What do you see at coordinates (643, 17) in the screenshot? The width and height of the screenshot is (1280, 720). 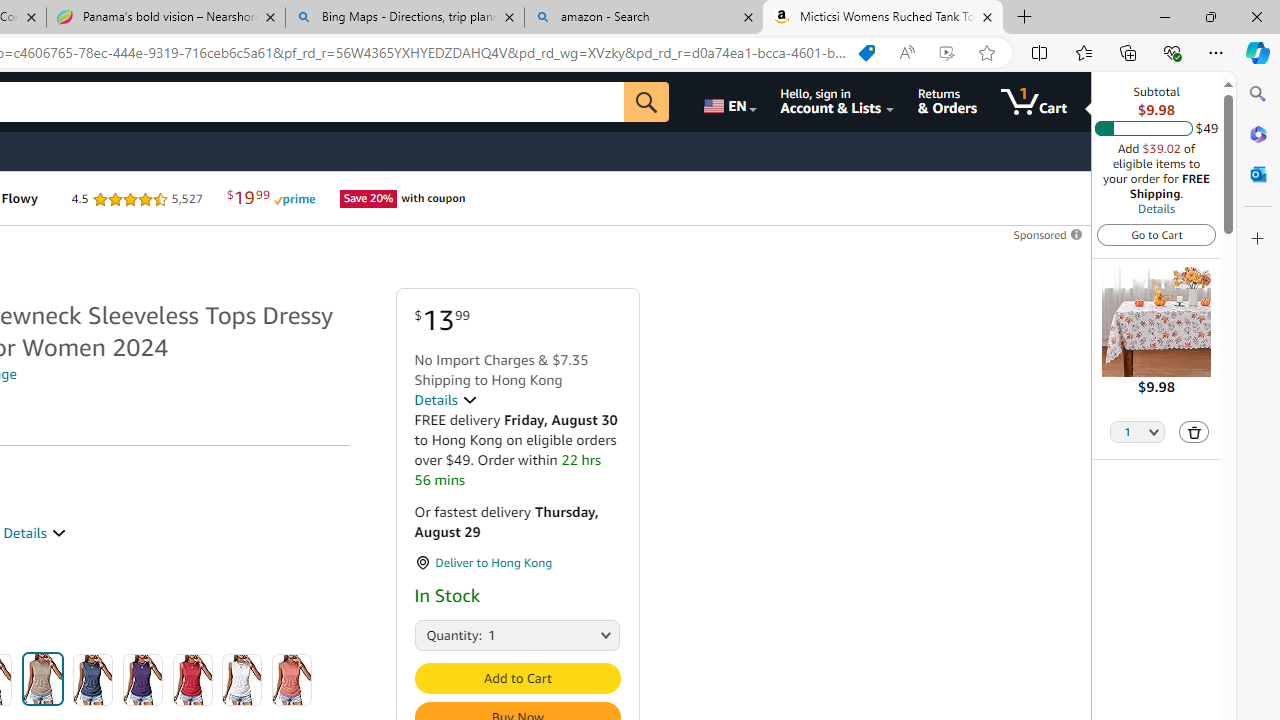 I see `'amazon - Search'` at bounding box center [643, 17].